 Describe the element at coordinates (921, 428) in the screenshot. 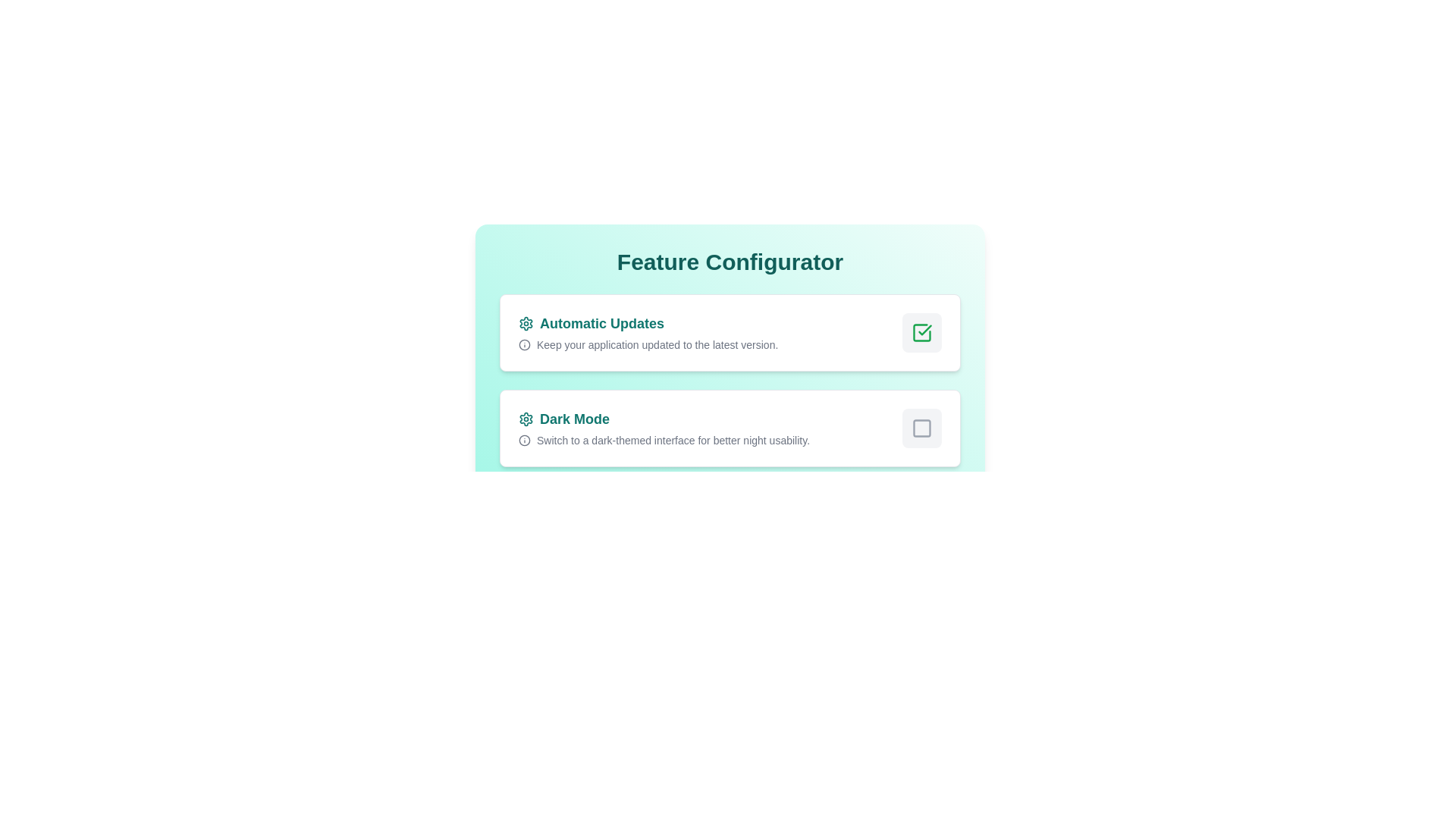

I see `the square-shaped button with rounded corners that has a light gray background and a dark gray square icon, located at the far right of the 'Dark Mode' section in the 'Feature Configurator' interface` at that location.